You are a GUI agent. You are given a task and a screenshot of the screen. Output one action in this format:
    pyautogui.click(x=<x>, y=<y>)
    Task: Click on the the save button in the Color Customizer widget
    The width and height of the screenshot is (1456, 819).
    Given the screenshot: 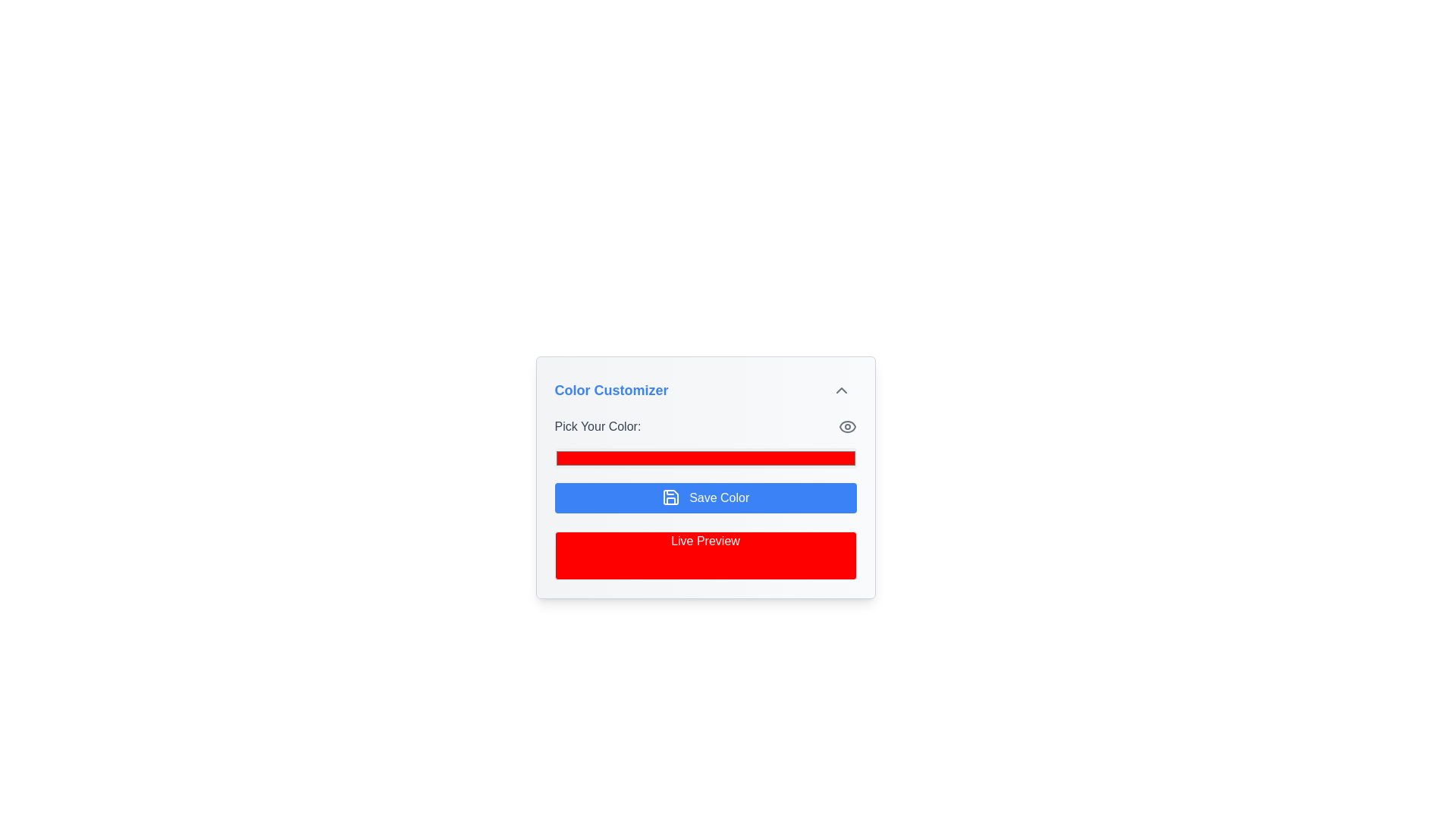 What is the action you would take?
    pyautogui.click(x=704, y=499)
    